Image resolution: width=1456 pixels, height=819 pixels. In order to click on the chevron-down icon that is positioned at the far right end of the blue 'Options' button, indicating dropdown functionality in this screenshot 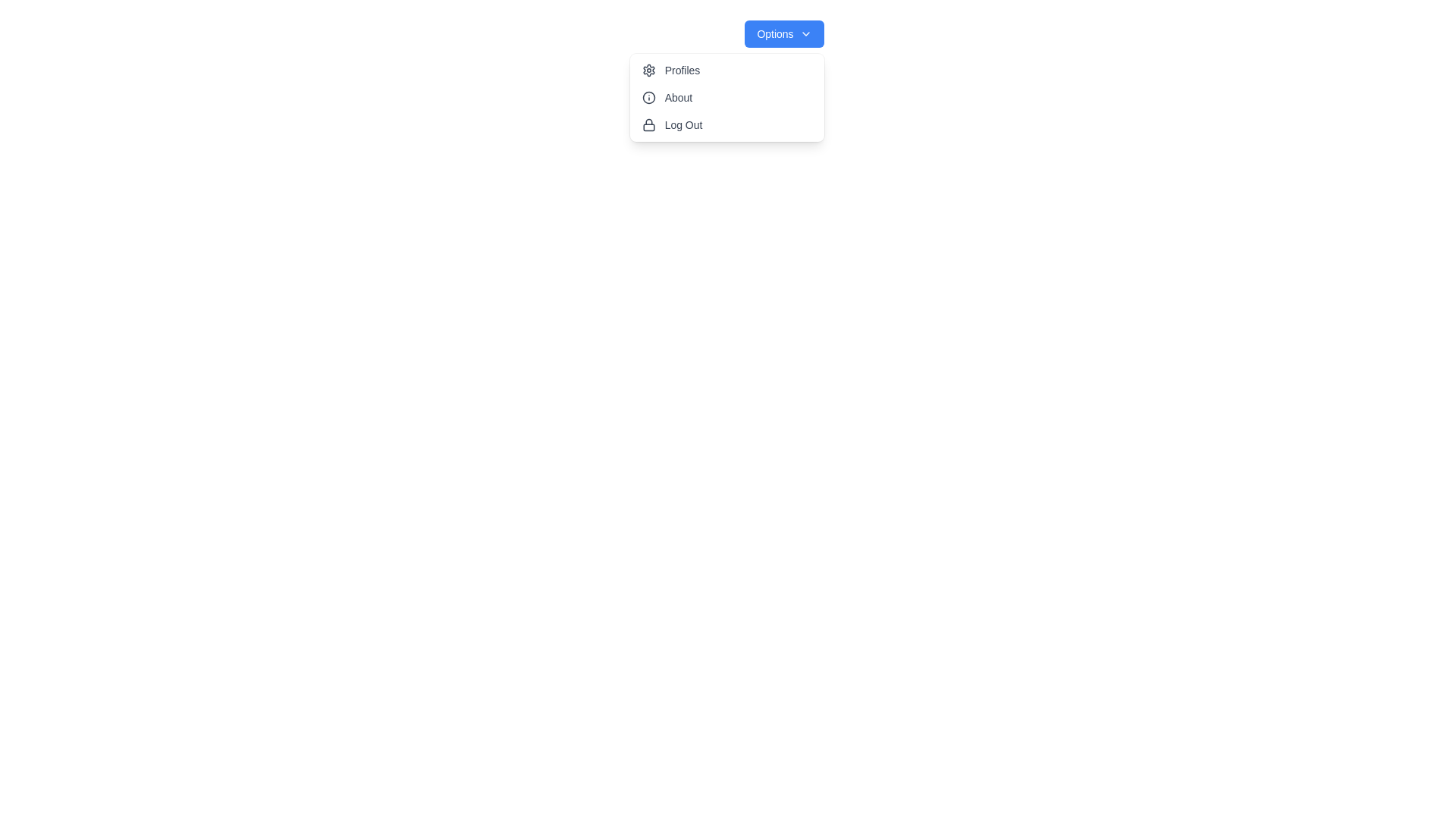, I will do `click(805, 34)`.